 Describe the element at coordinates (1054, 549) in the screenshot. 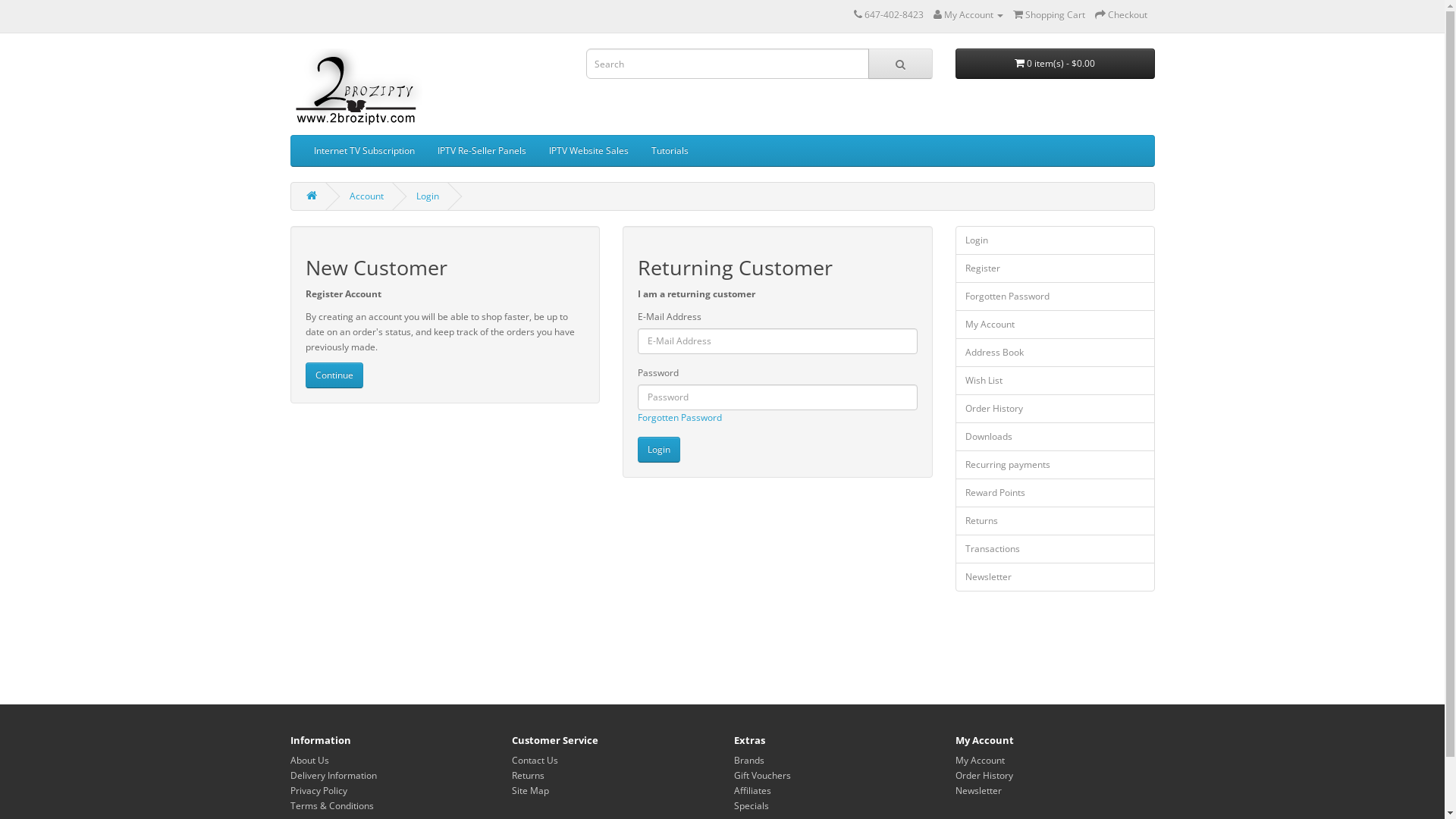

I see `'Transactions'` at that location.